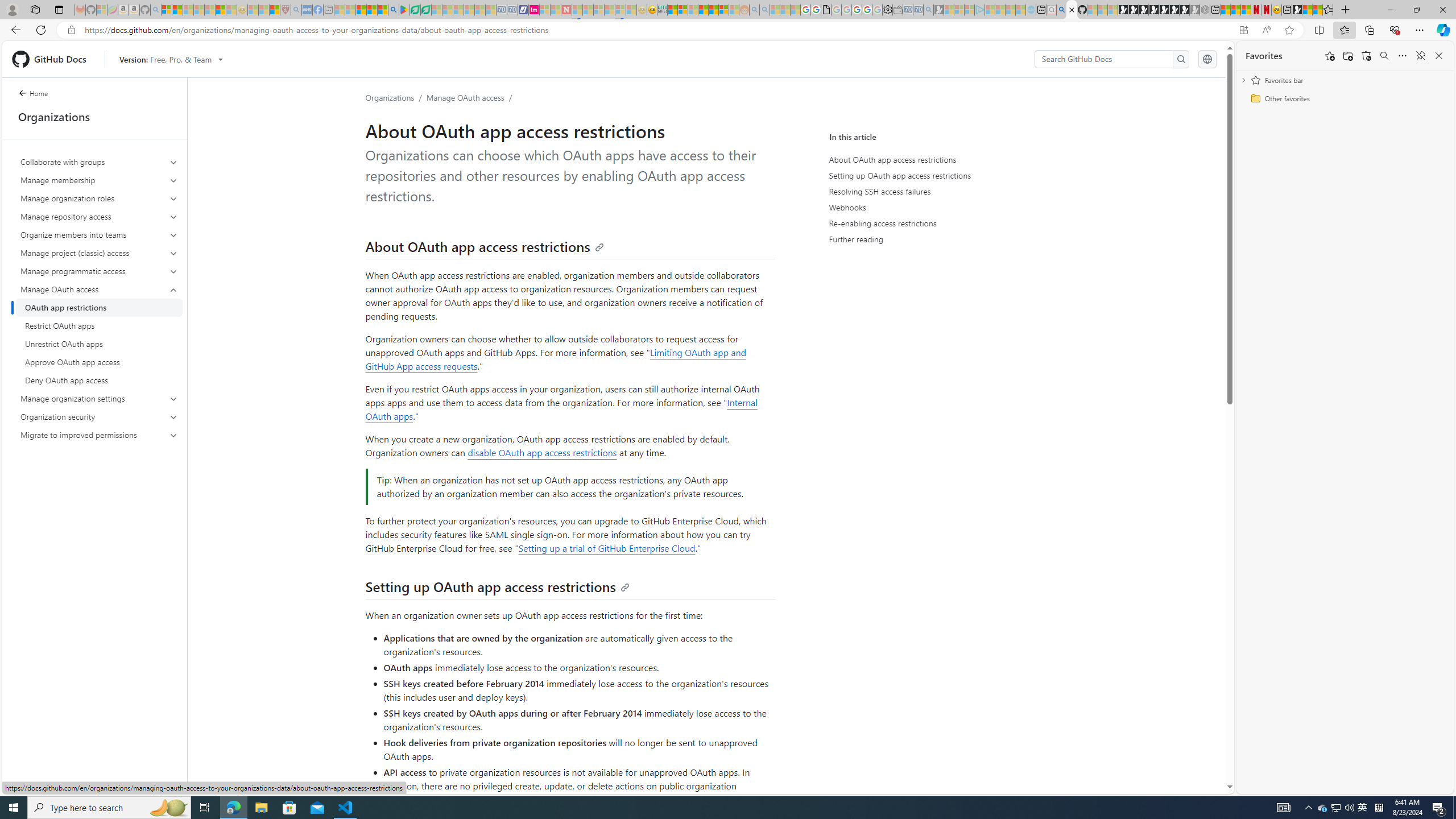  What do you see at coordinates (1243, 30) in the screenshot?
I see `'App available. Install GitHub Docs'` at bounding box center [1243, 30].